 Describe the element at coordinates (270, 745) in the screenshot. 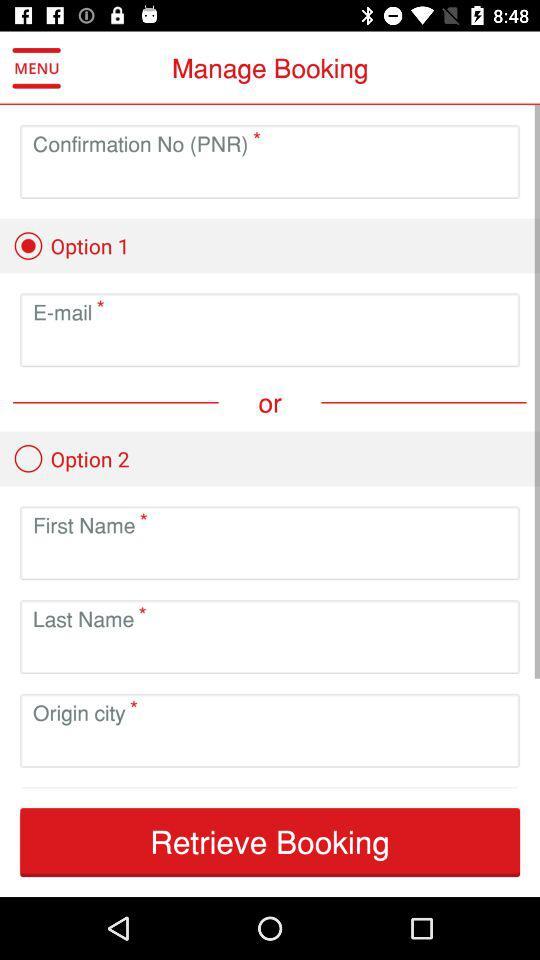

I see `input city` at that location.